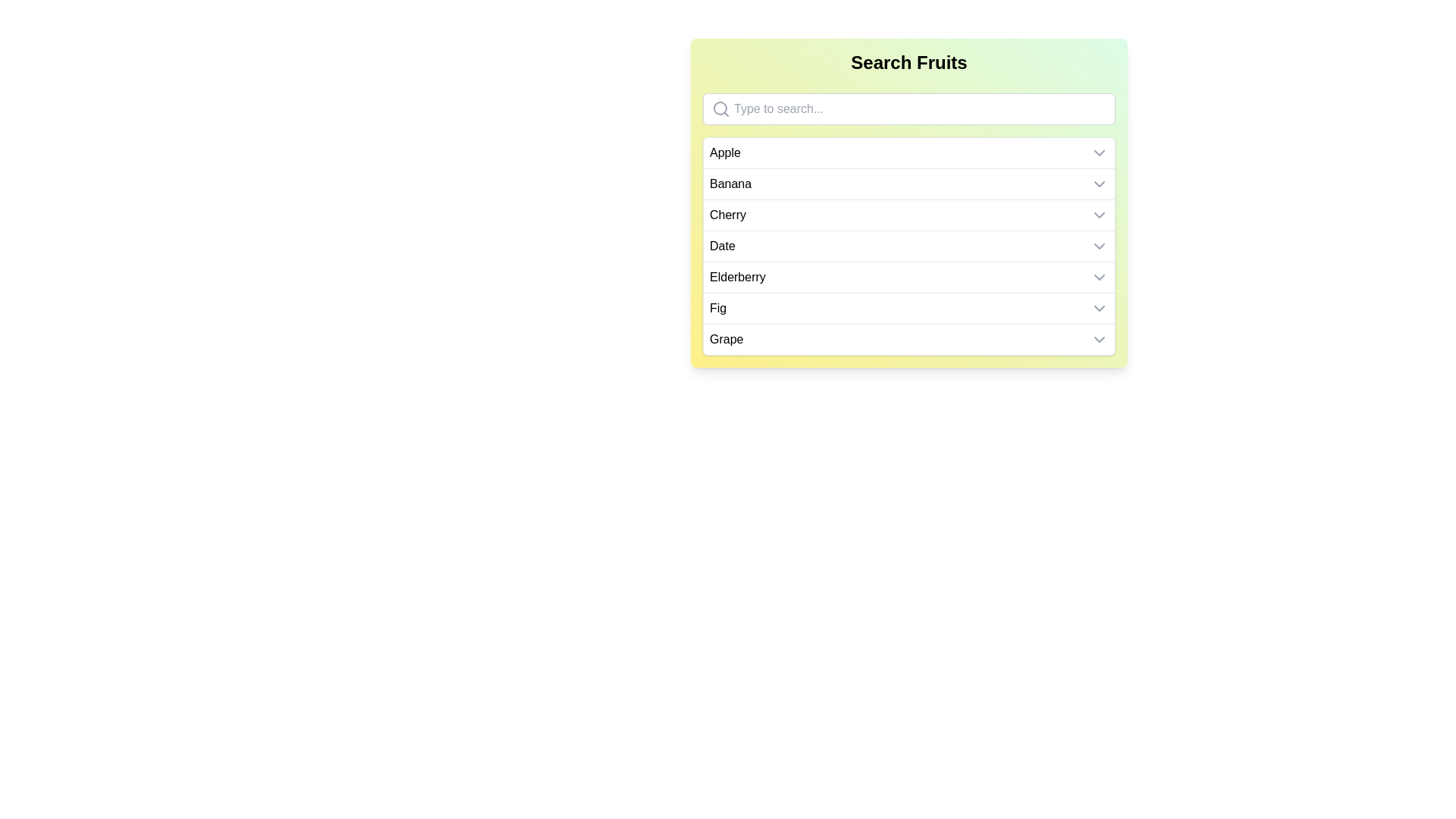  I want to click on the downward arrow icon of the Dropdown toggle button located to the right of the text 'Fig' in the sixth row of the 'Search Fruits' list, so click(1099, 308).